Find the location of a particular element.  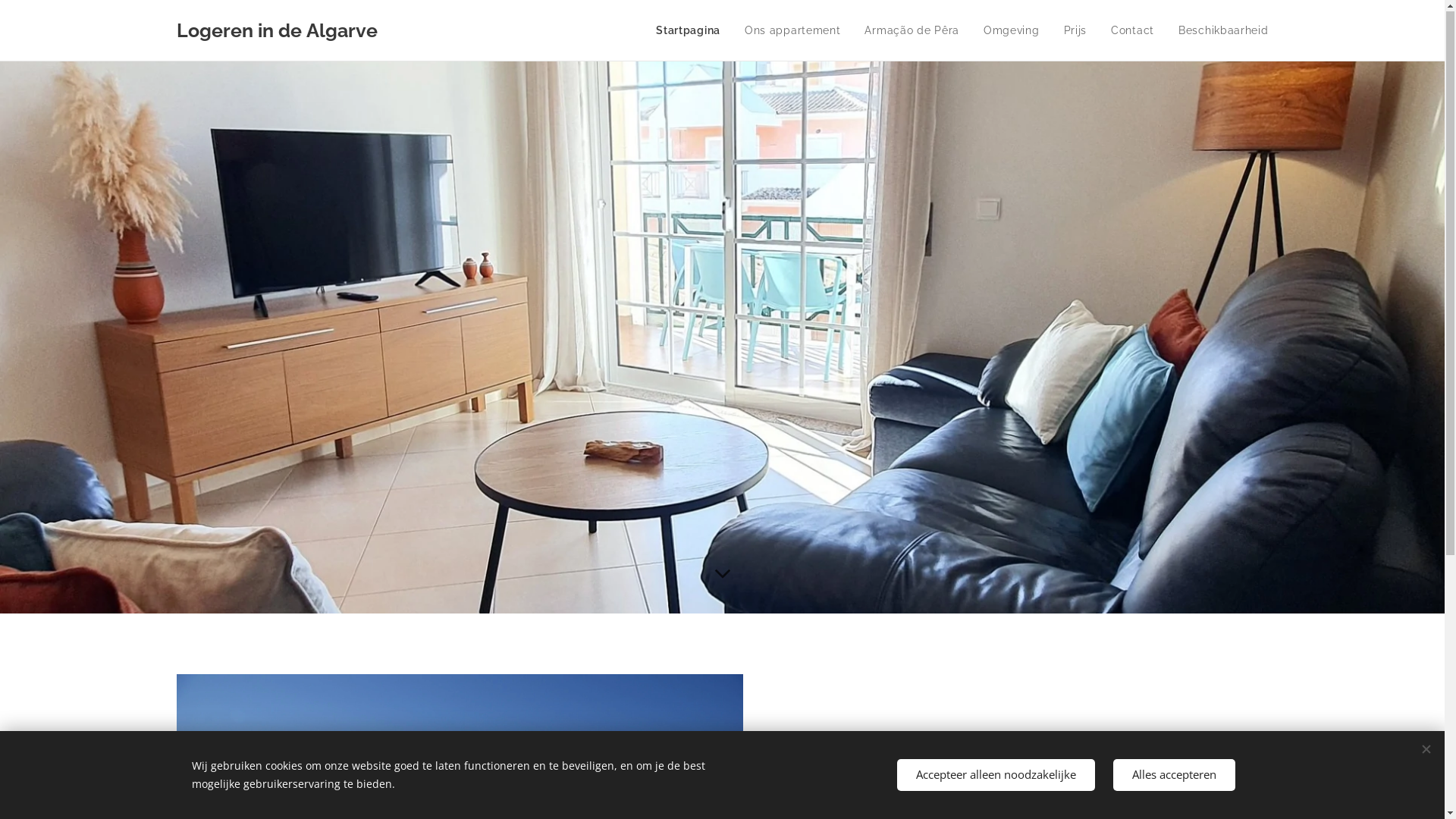

'Prijs' is located at coordinates (1075, 31).